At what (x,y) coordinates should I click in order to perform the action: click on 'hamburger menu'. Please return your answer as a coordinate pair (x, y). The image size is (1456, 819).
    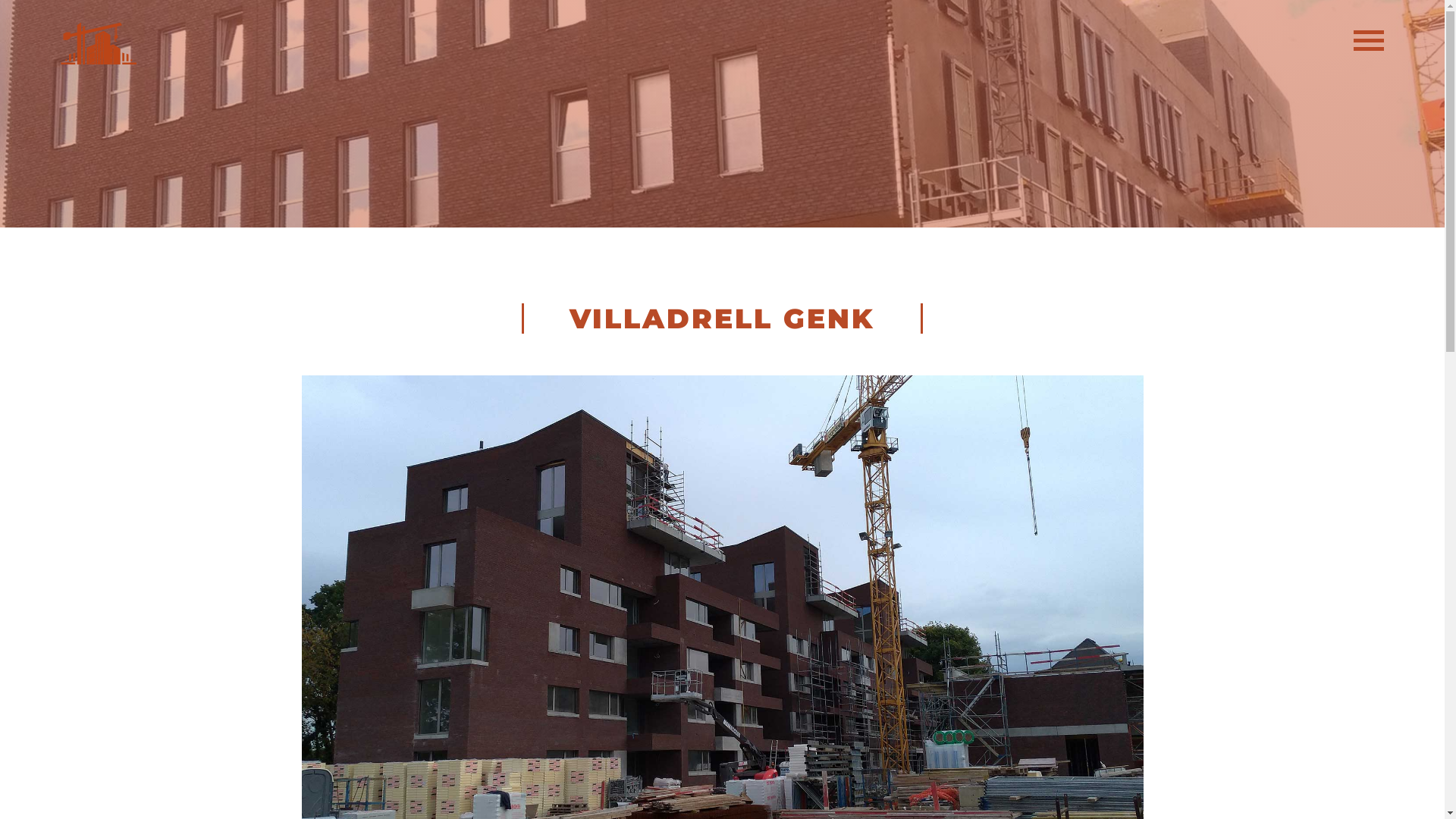
    Looking at the image, I should click on (1368, 45).